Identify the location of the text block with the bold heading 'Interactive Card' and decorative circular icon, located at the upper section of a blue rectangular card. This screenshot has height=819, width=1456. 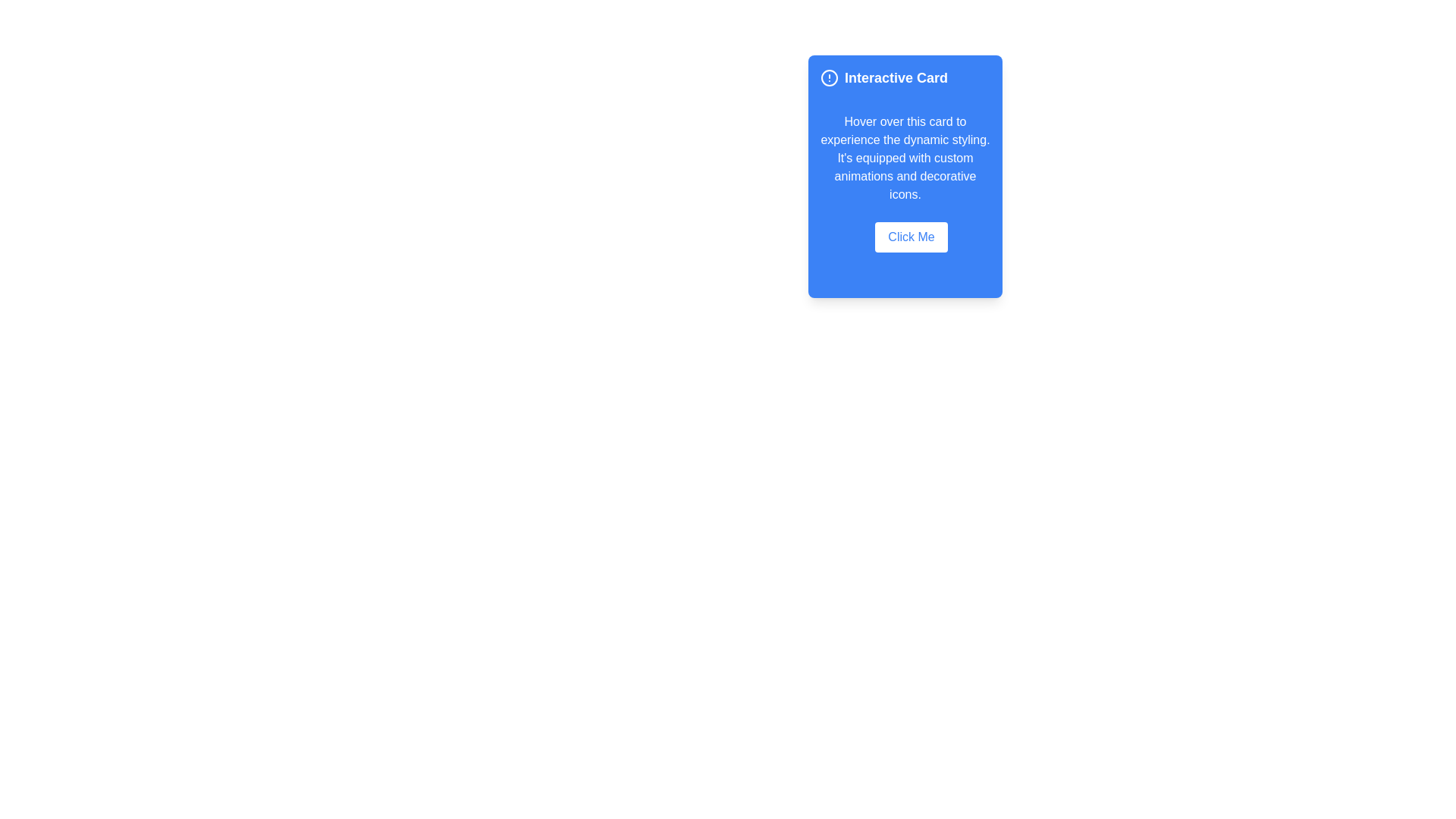
(905, 78).